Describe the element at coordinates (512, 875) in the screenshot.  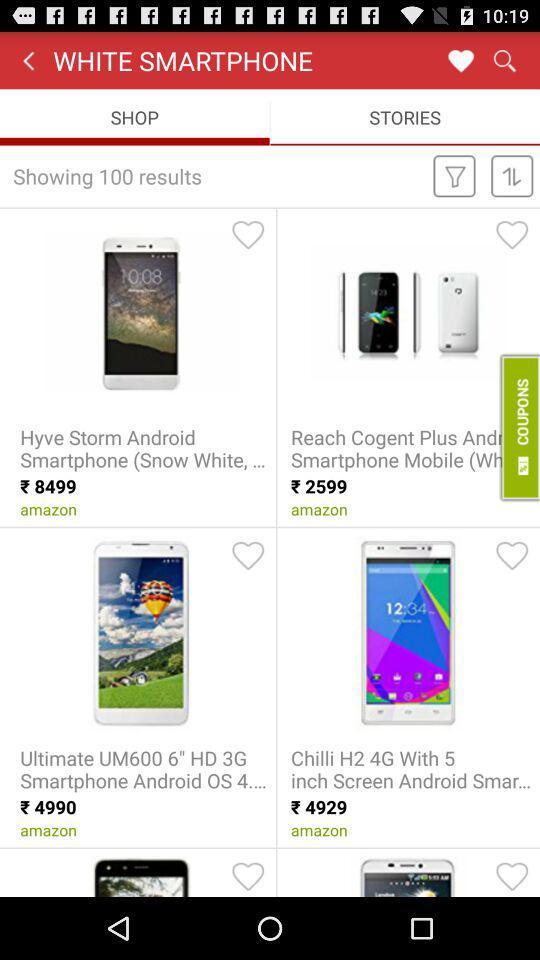
I see `the item as a favorite` at that location.